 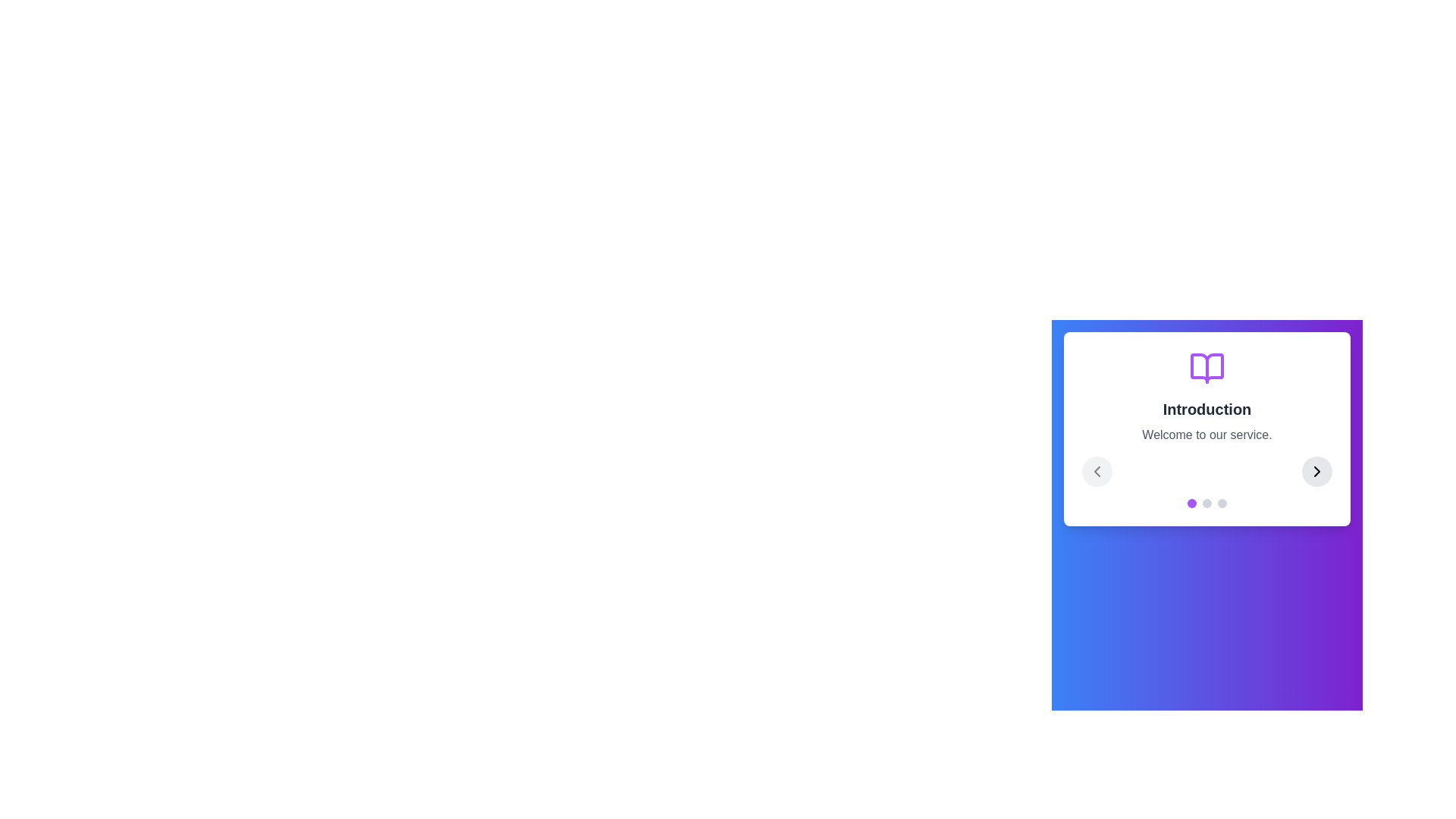 What do you see at coordinates (1316, 470) in the screenshot?
I see `the right arrow button to navigate to the next step` at bounding box center [1316, 470].